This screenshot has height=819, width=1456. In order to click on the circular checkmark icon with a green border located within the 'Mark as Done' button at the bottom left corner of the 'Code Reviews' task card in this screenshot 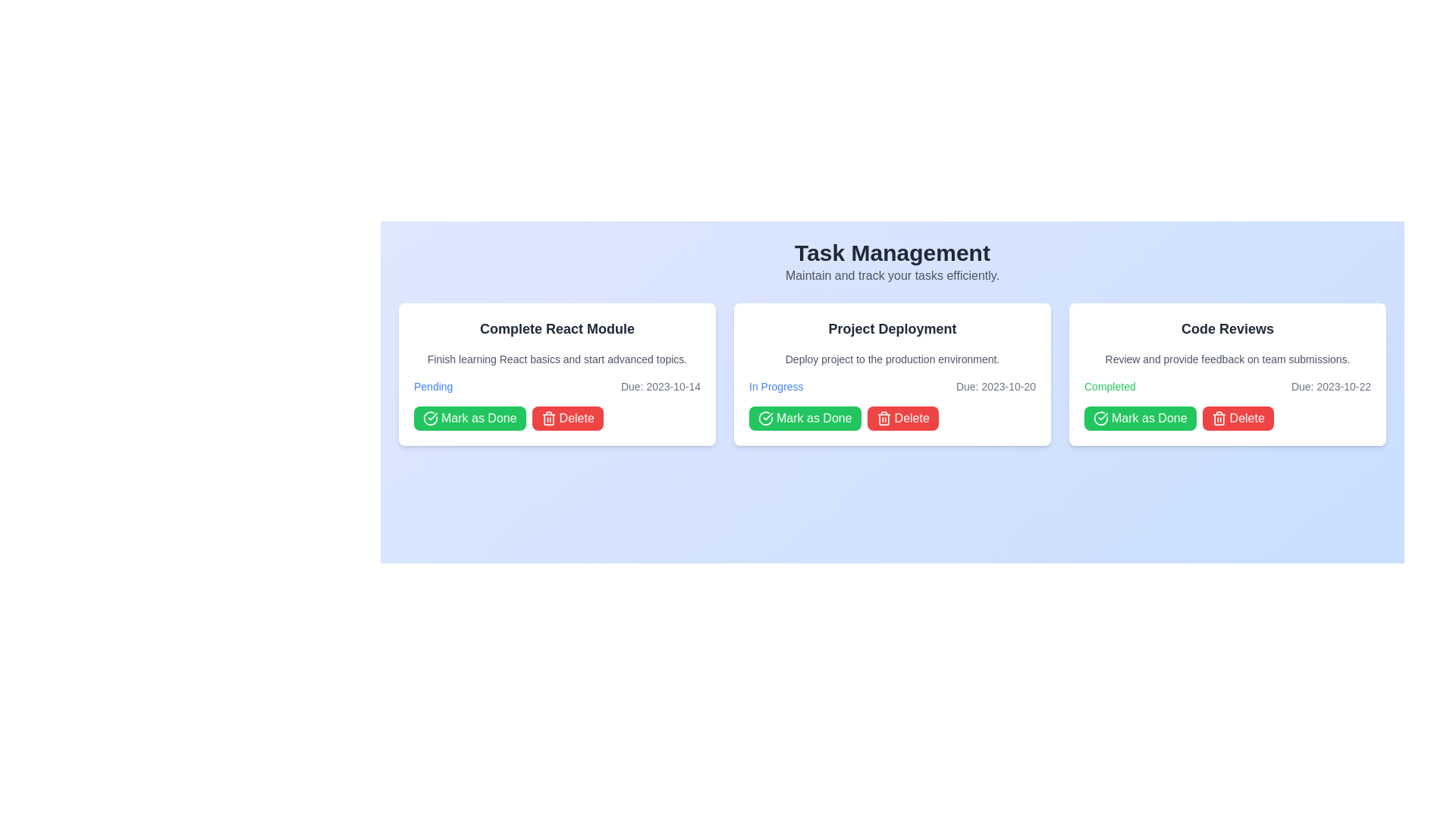, I will do `click(1100, 418)`.